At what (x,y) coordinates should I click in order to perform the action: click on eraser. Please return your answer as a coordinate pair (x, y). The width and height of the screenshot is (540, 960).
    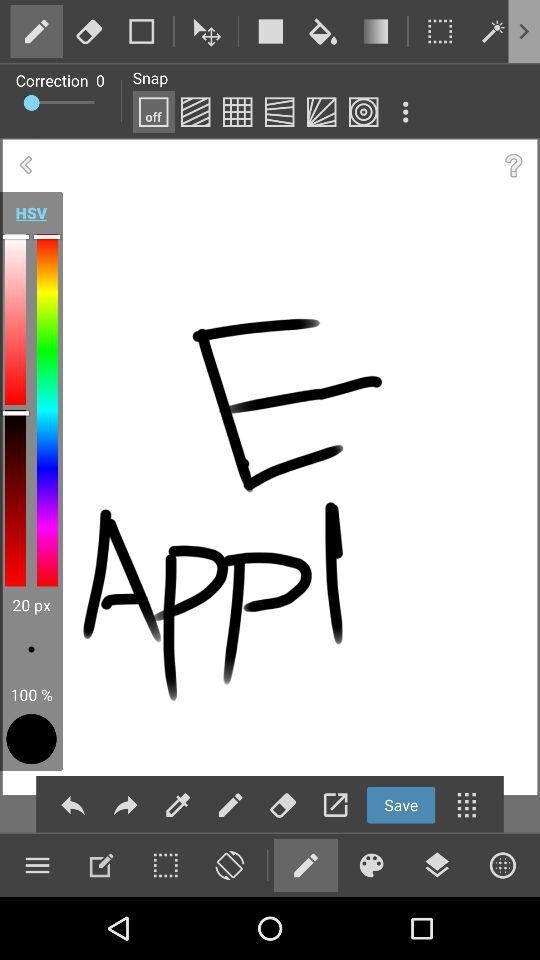
    Looking at the image, I should click on (88, 30).